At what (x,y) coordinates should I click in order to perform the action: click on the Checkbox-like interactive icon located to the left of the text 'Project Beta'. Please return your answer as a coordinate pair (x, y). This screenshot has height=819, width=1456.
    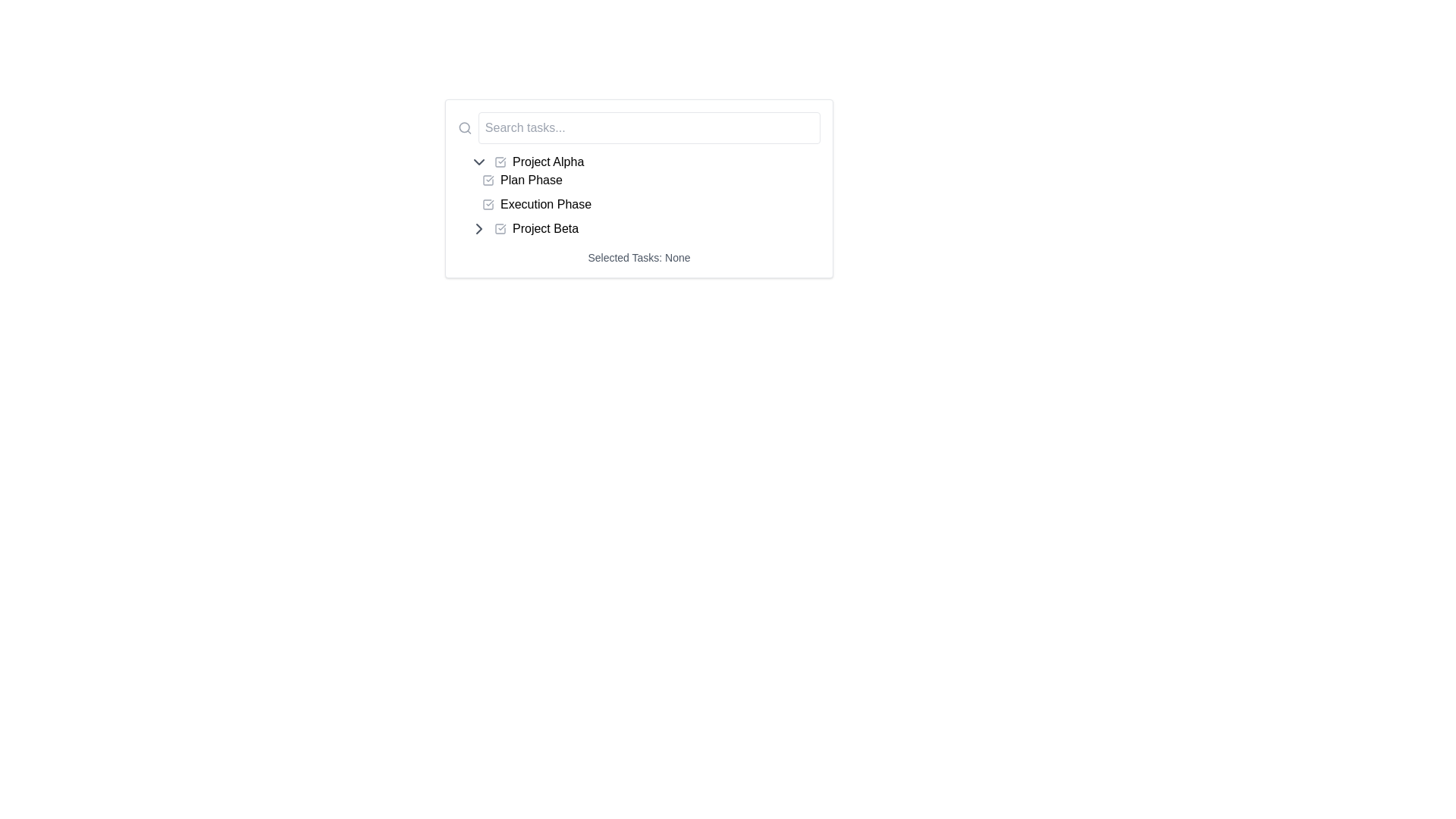
    Looking at the image, I should click on (500, 228).